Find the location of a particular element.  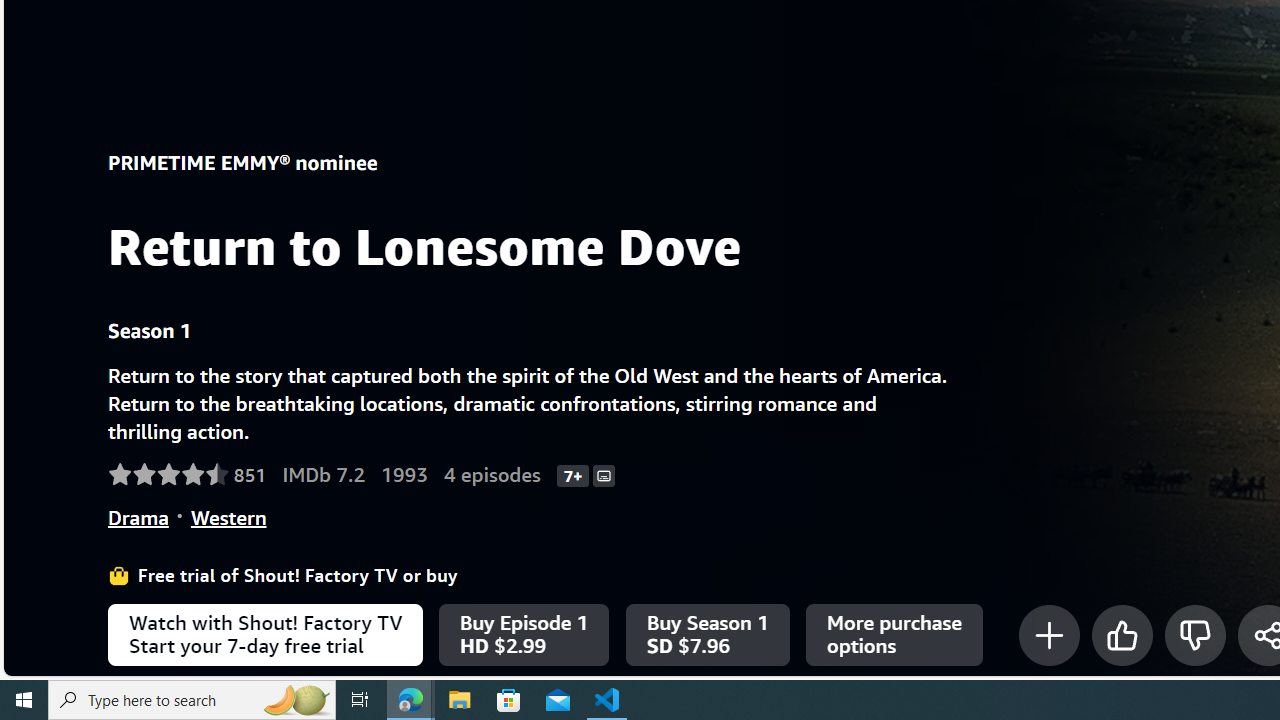

'Drama' is located at coordinates (137, 516).